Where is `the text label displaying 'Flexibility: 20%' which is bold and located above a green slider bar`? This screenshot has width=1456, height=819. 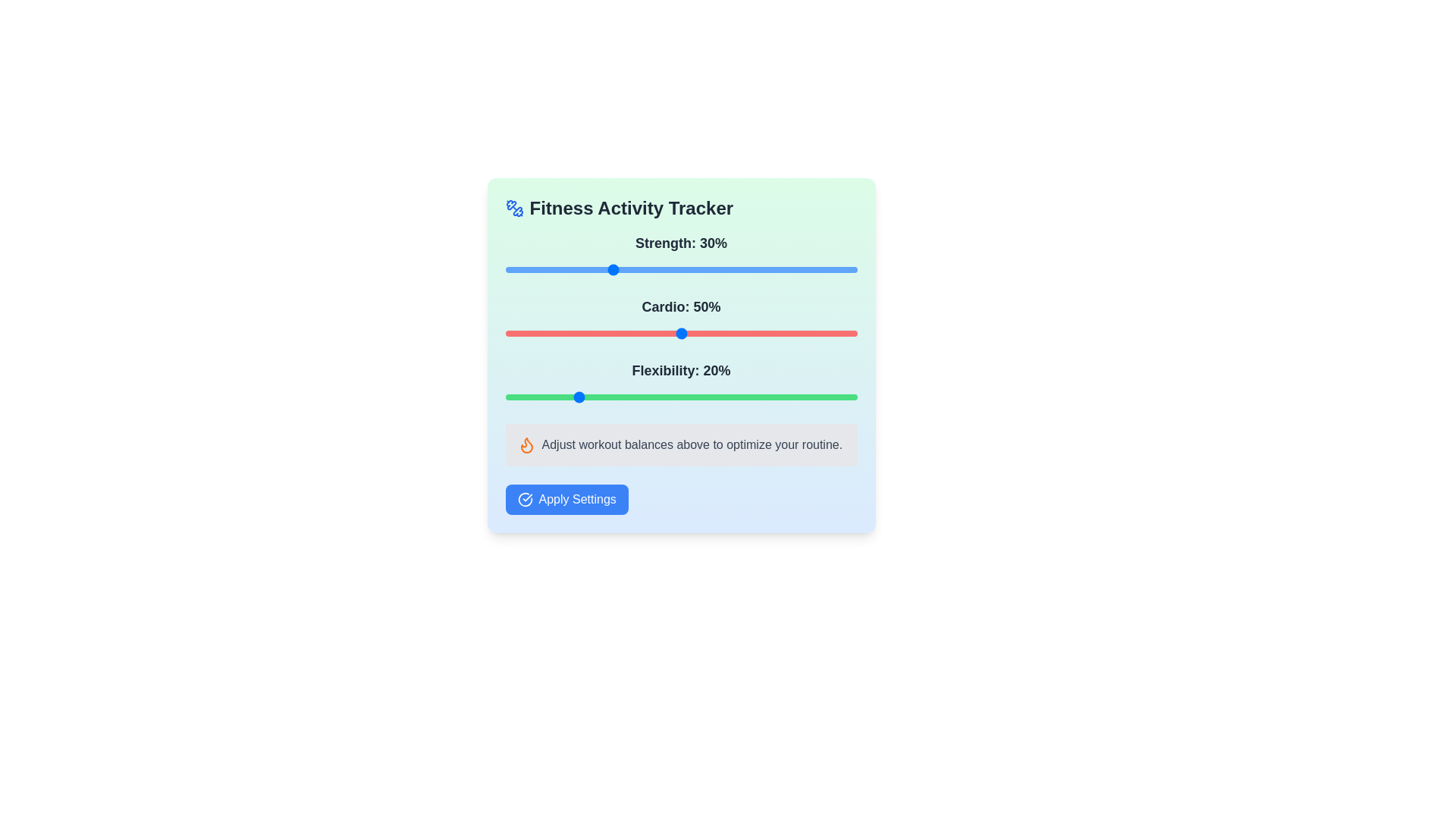
the text label displaying 'Flexibility: 20%' which is bold and located above a green slider bar is located at coordinates (680, 371).